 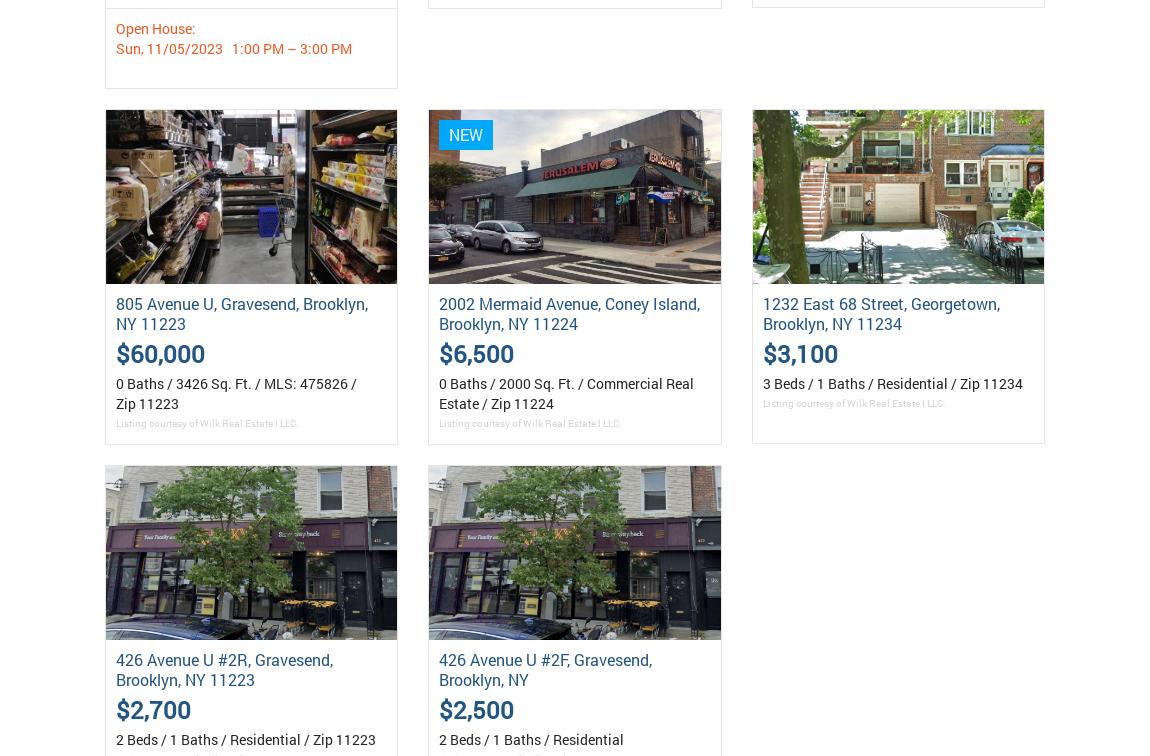 I want to click on '2002 Mermaid Avenue, Coney Island, Brooklyn, NY 11224', so click(x=569, y=312).